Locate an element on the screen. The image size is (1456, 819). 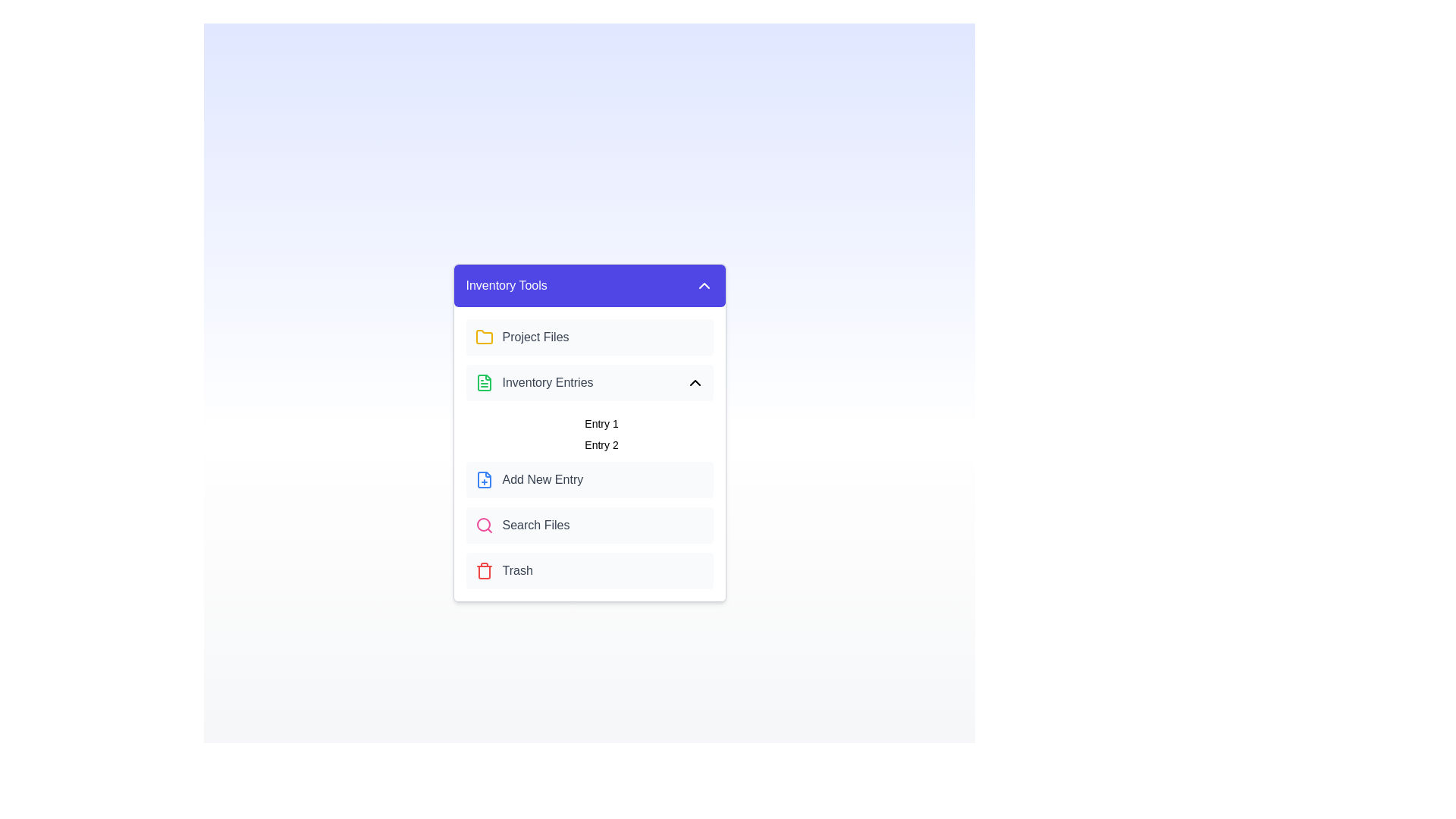
the panel in the 'Inventory Tools' section is located at coordinates (588, 453).